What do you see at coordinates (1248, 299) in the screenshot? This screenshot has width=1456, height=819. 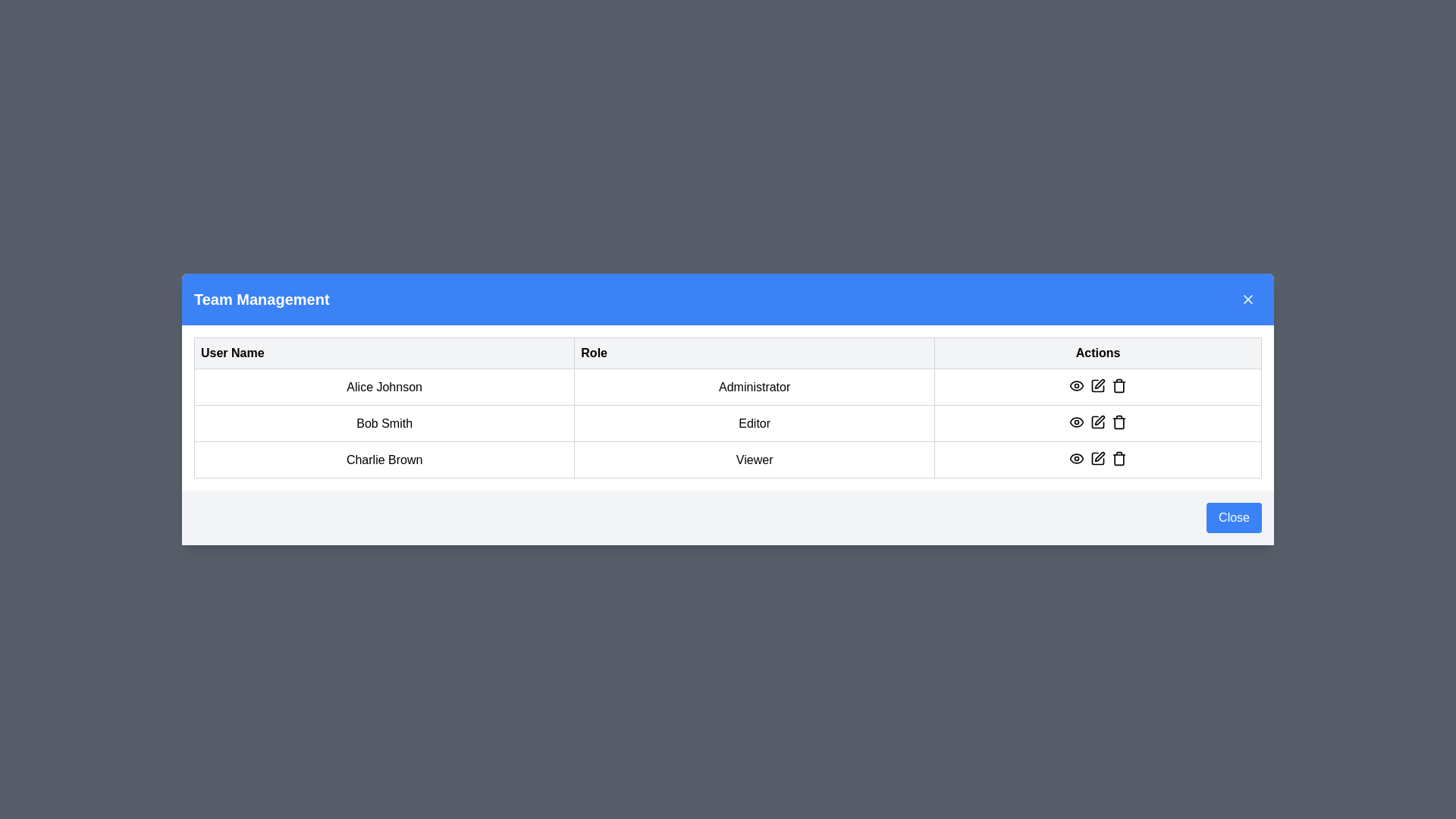 I see `the small 'X' icon located at the top-right corner of the blue header section of the modal` at bounding box center [1248, 299].